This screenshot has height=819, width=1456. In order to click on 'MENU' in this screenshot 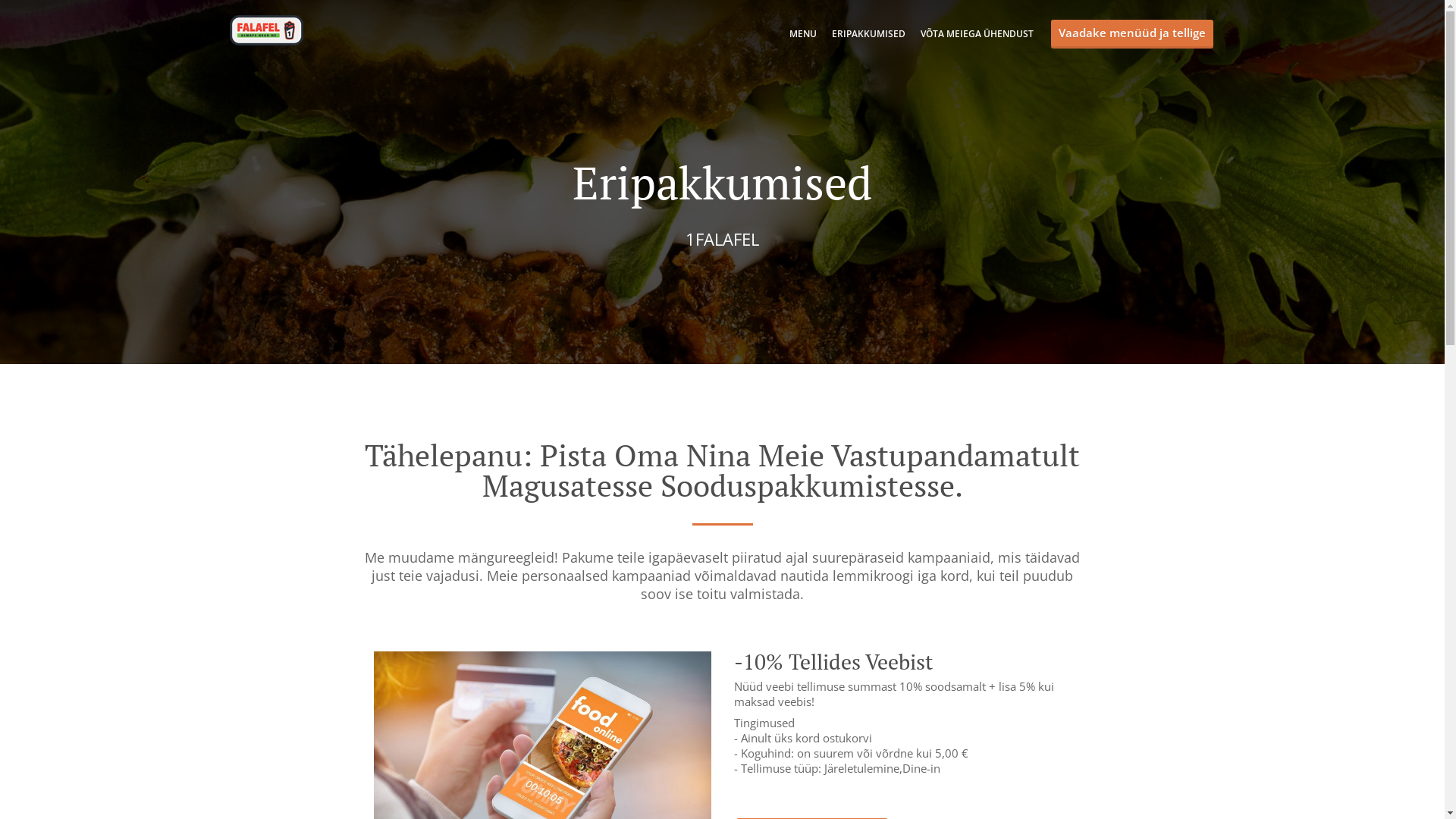, I will do `click(801, 33)`.